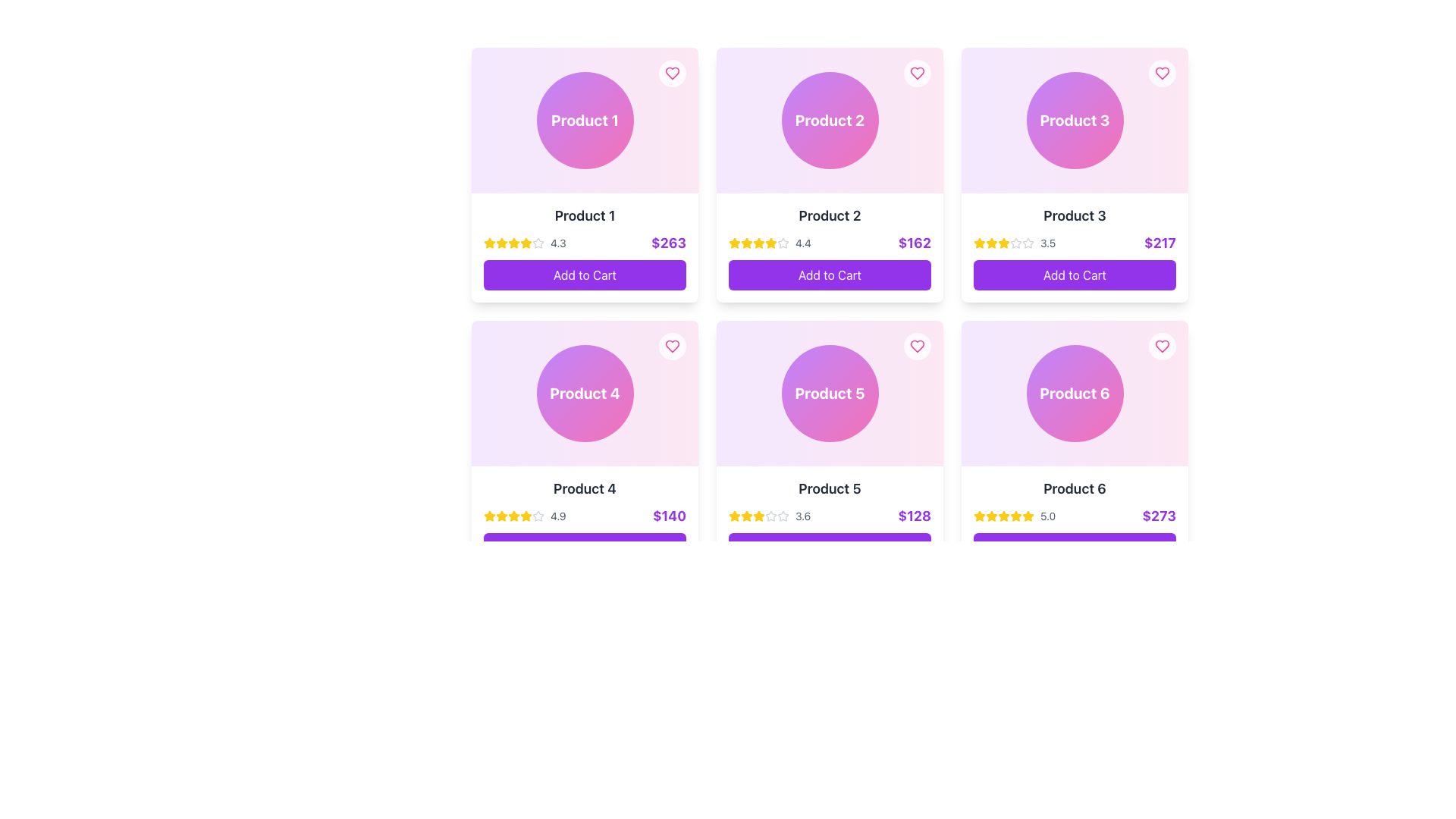 This screenshot has width=1456, height=819. What do you see at coordinates (538, 515) in the screenshot?
I see `the star icon decorative element located in the 'Product 4' card, which is part of the rating display preceding the numeric value '4.9'` at bounding box center [538, 515].